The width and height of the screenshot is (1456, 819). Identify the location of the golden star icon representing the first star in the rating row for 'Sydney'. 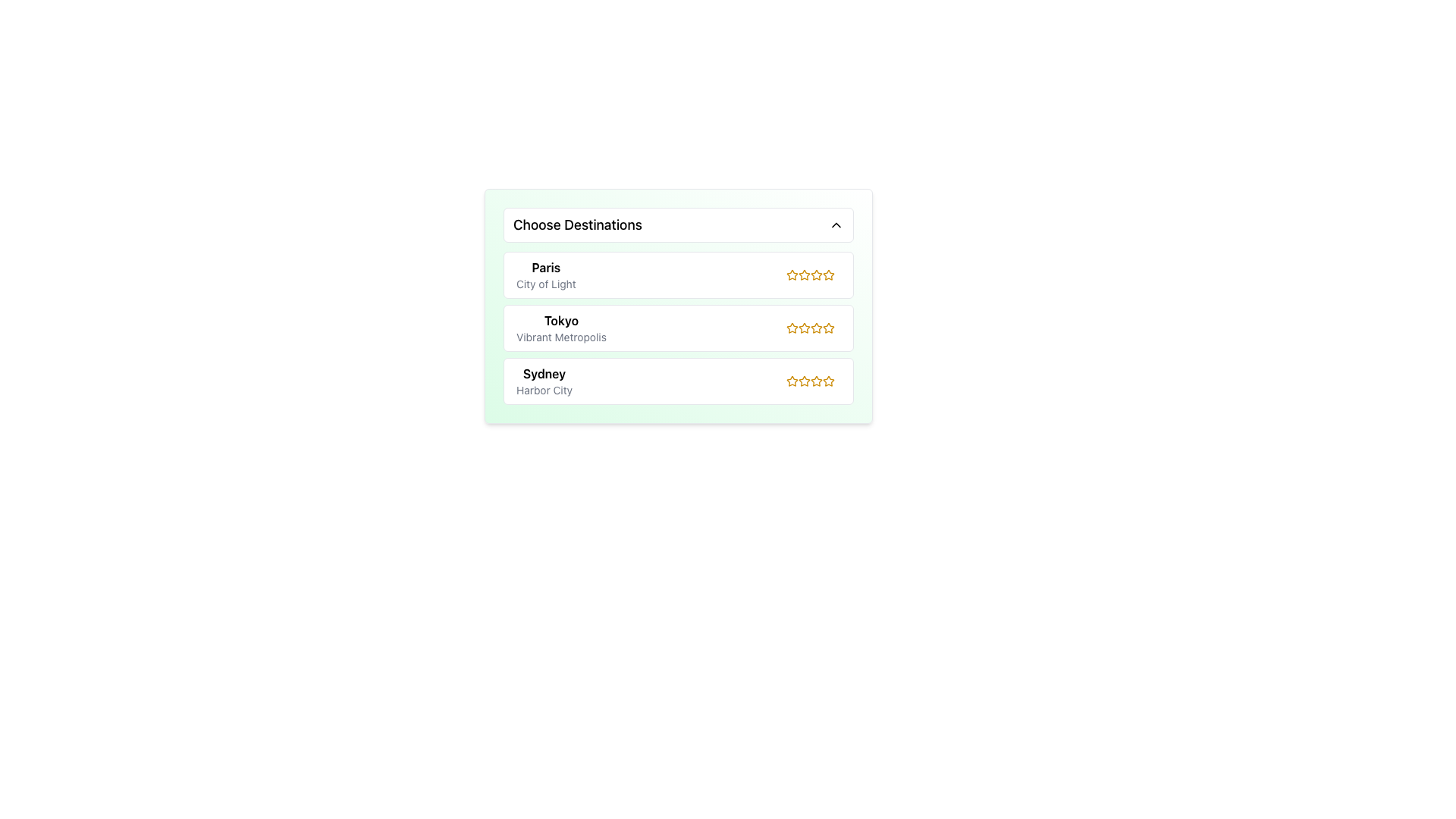
(792, 380).